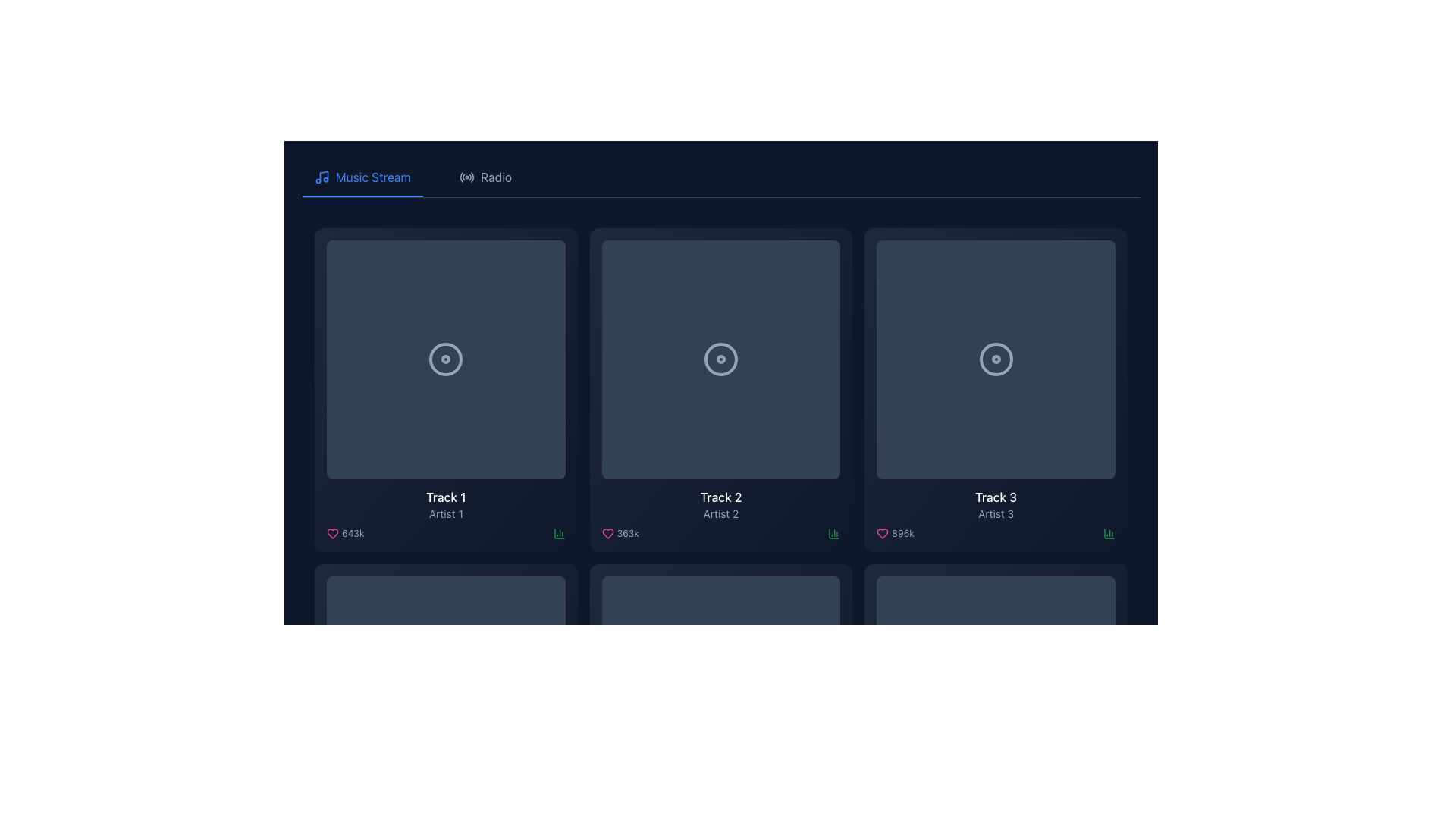 Image resolution: width=1456 pixels, height=819 pixels. I want to click on the text label displaying 'Artist 3' in gray font color, located below 'Track 3' and above '896k', so click(996, 513).